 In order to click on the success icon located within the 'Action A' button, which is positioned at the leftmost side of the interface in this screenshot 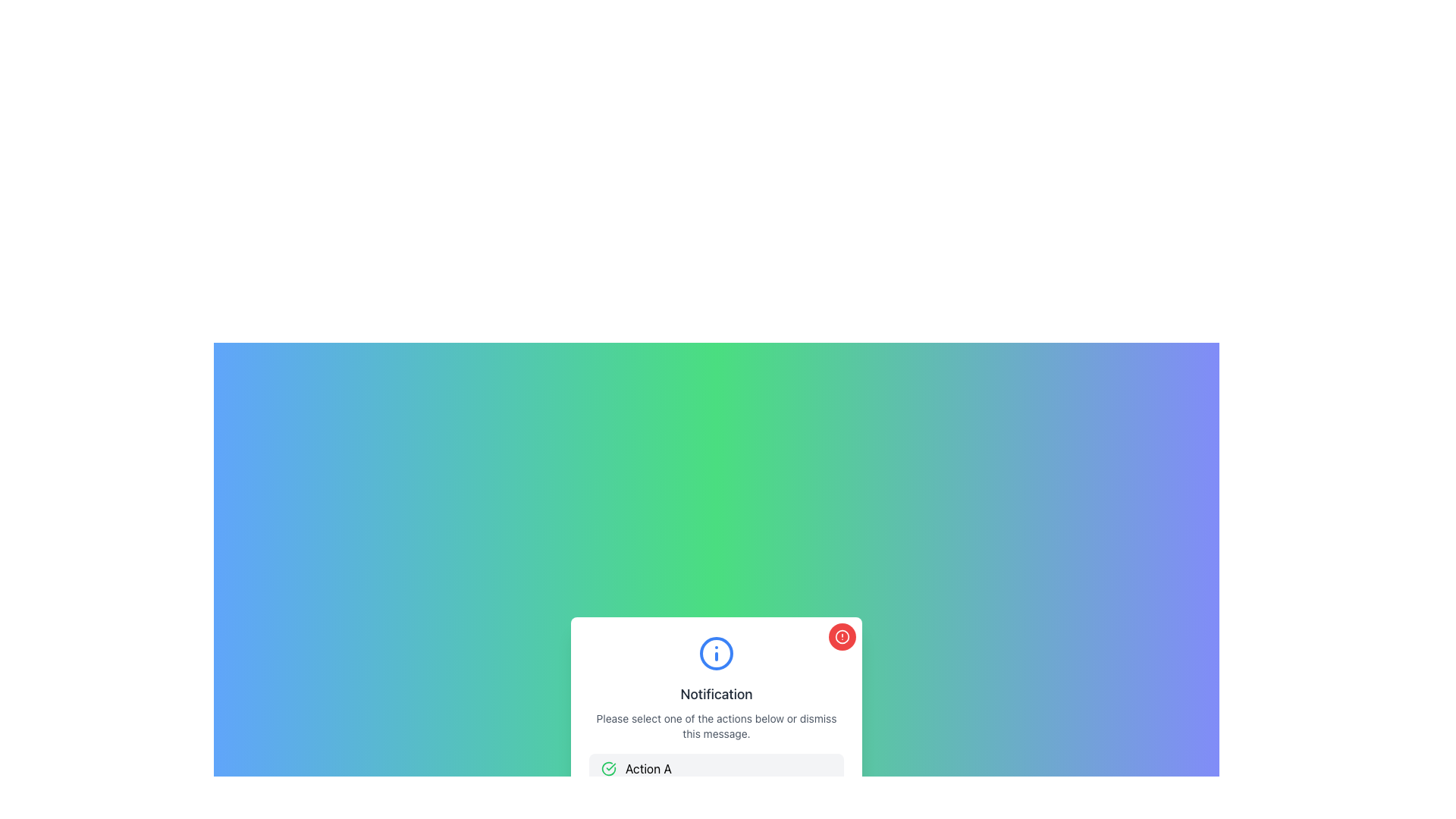, I will do `click(608, 769)`.